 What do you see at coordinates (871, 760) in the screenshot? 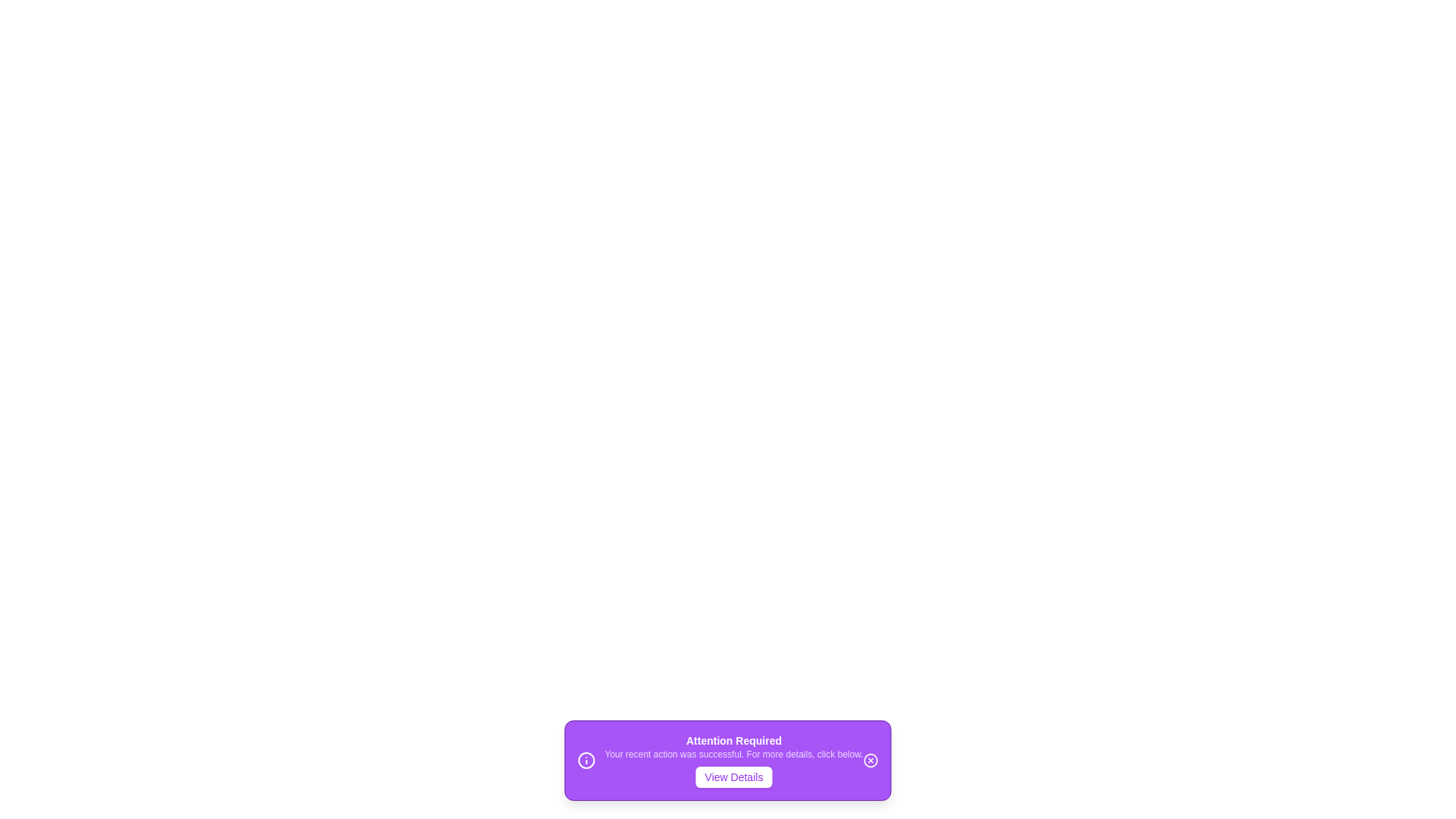
I see `the dismiss button of the snackbar to dismiss it` at bounding box center [871, 760].